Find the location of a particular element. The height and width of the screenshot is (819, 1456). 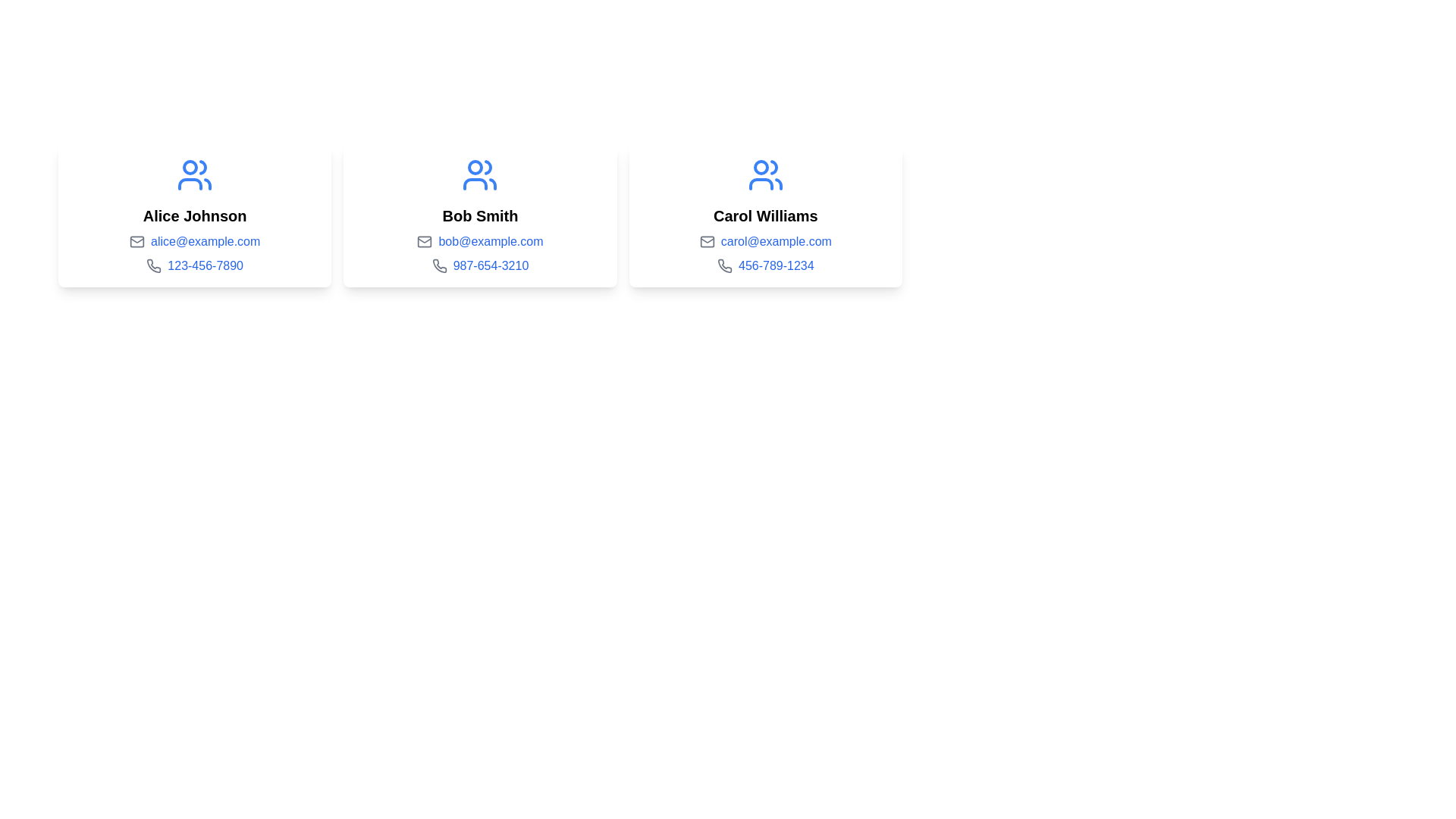

the label displaying the name 'Bob Smith', which is styled in bold and larger font, located near the top-center of the second card in a card layout is located at coordinates (479, 216).